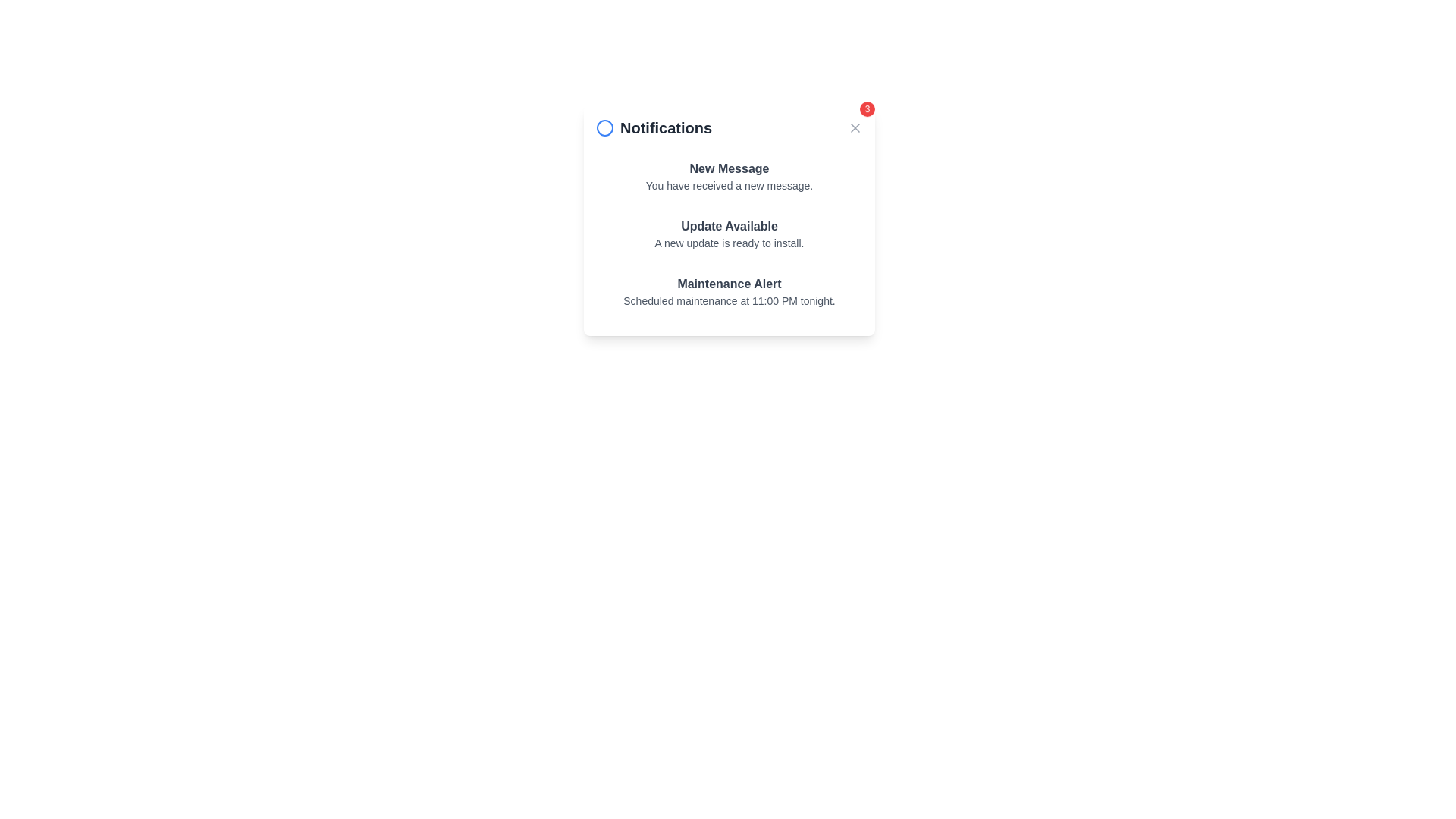 The height and width of the screenshot is (819, 1456). Describe the element at coordinates (729, 301) in the screenshot. I see `informational message from the second row of text within the 'Maintenance Alert' card` at that location.